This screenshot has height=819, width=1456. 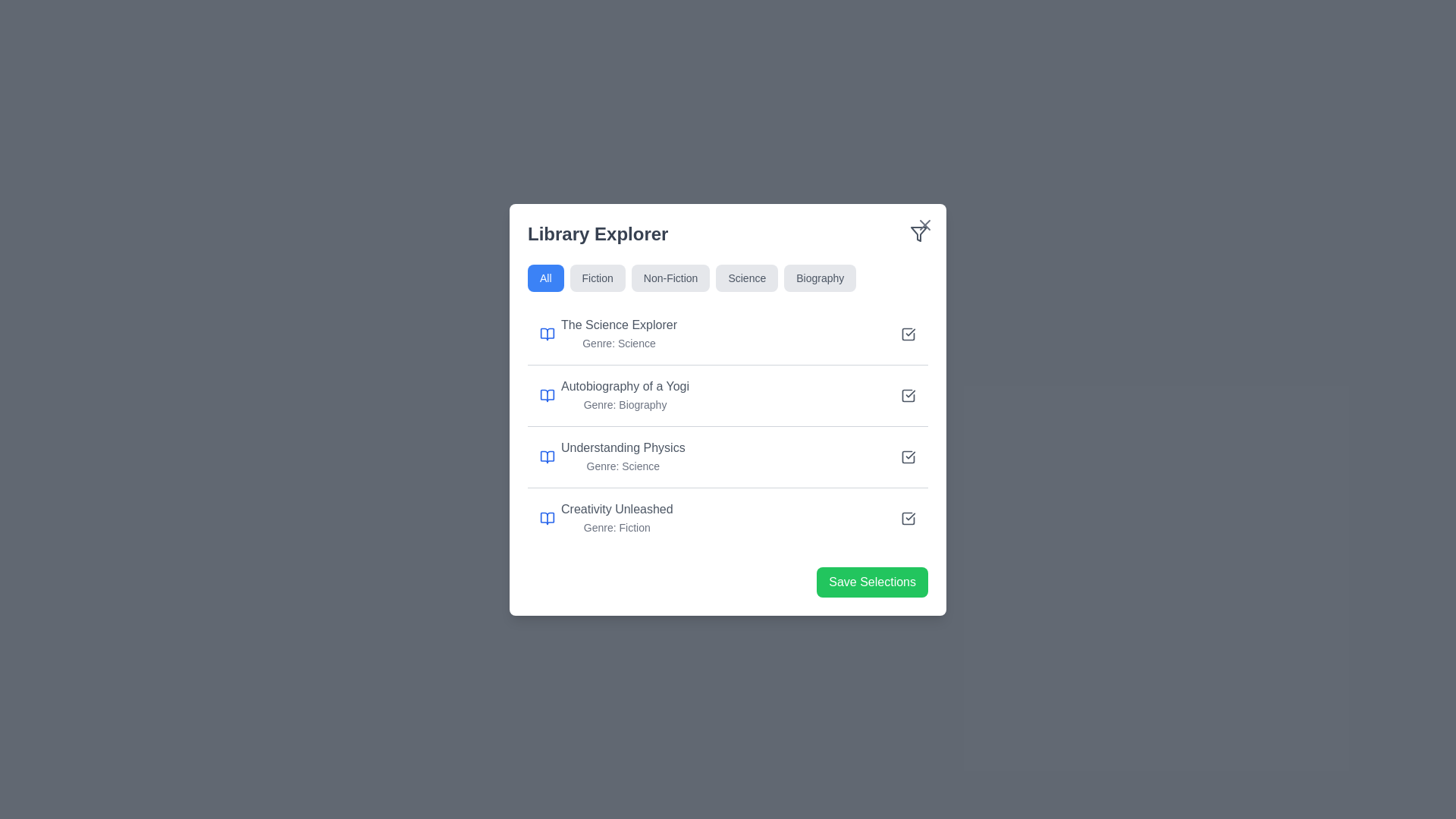 What do you see at coordinates (546, 394) in the screenshot?
I see `the book icon located in the second entry of the list under the 'Library Explorer' heading, which precedes the text 'Autobiography of a Yogi'` at bounding box center [546, 394].